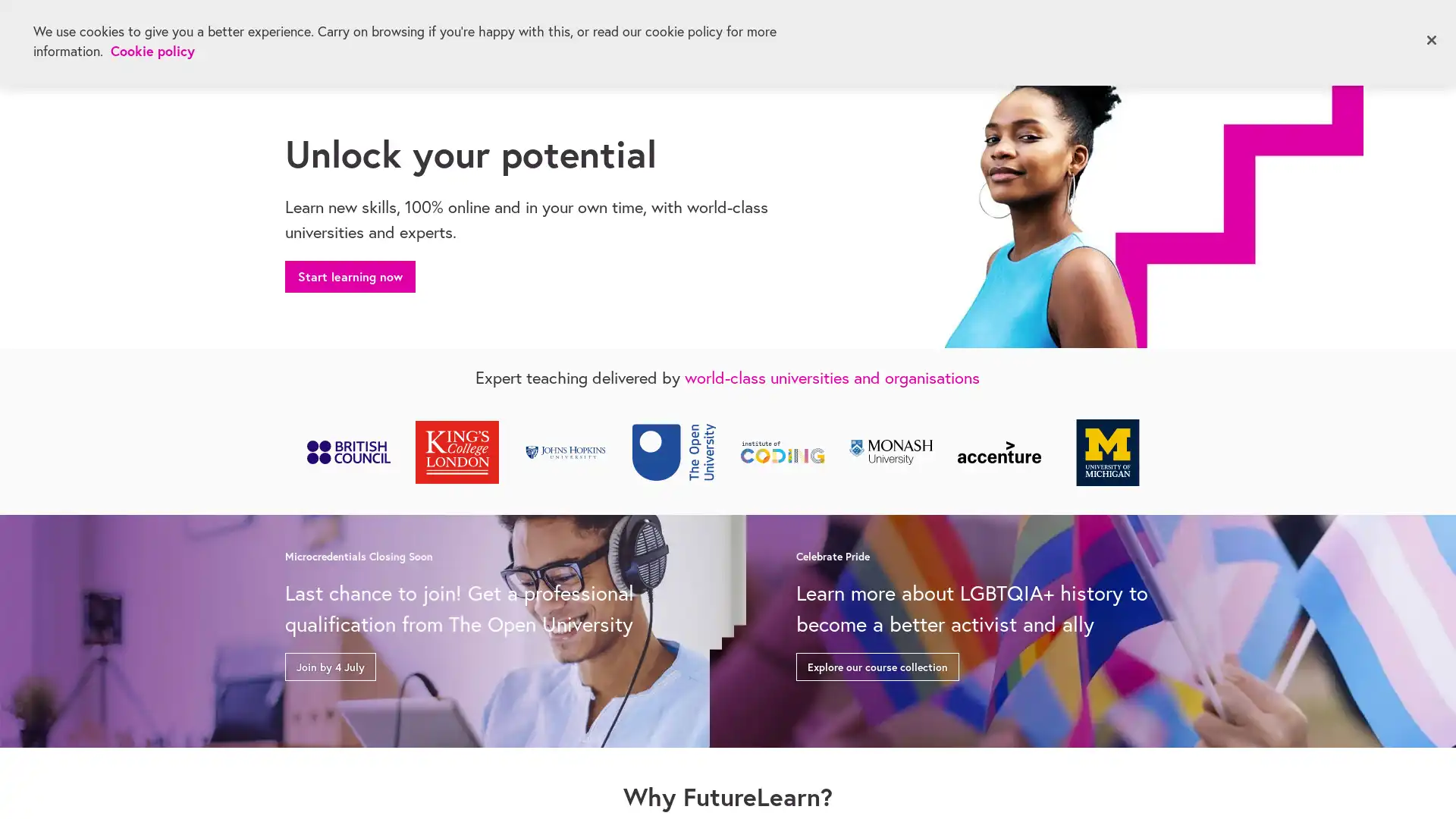 This screenshot has width=1456, height=819. Describe the element at coordinates (349, 274) in the screenshot. I see `Start learning now` at that location.